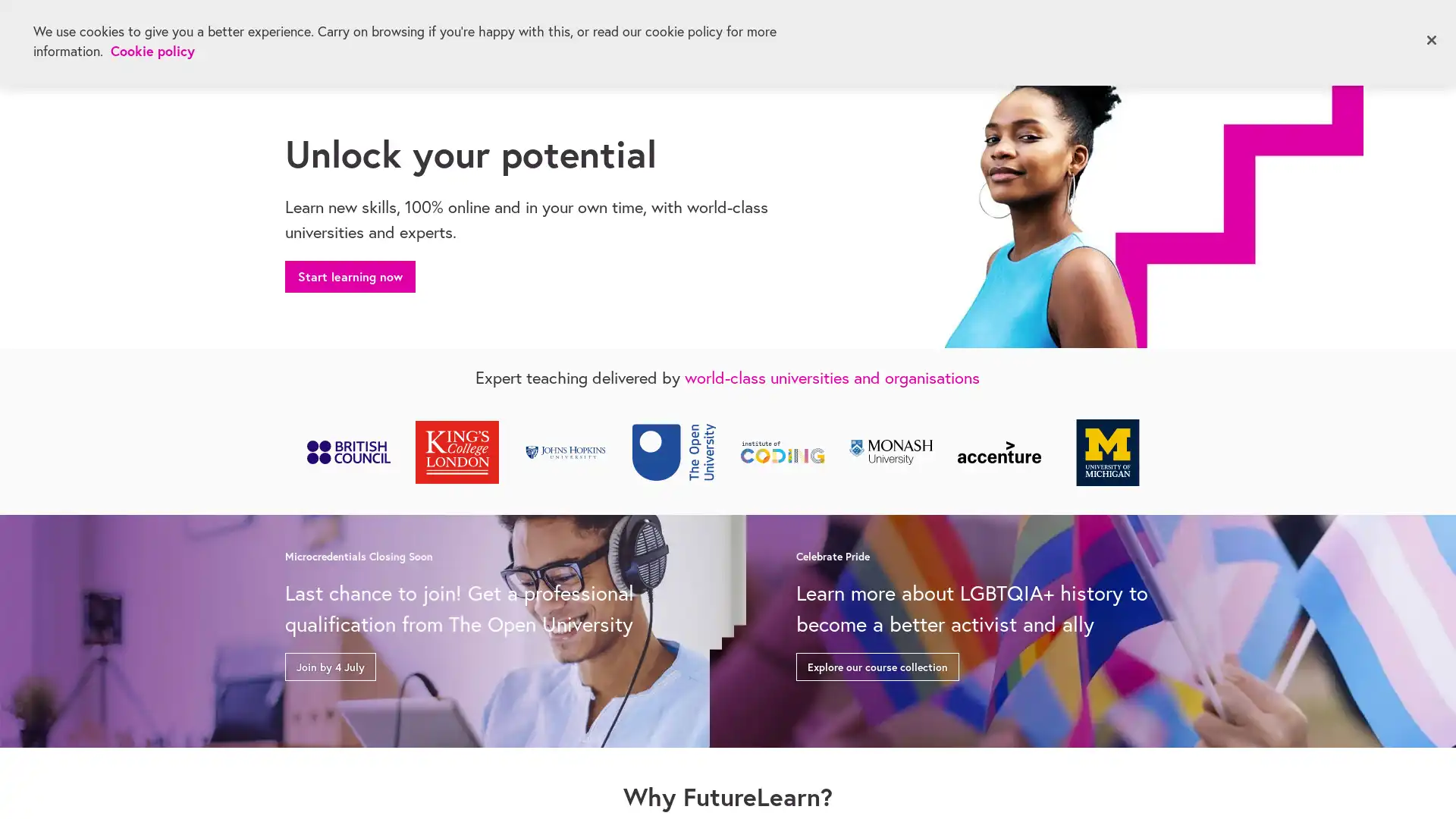 This screenshot has width=1456, height=819. Describe the element at coordinates (349, 274) in the screenshot. I see `Start learning now` at that location.